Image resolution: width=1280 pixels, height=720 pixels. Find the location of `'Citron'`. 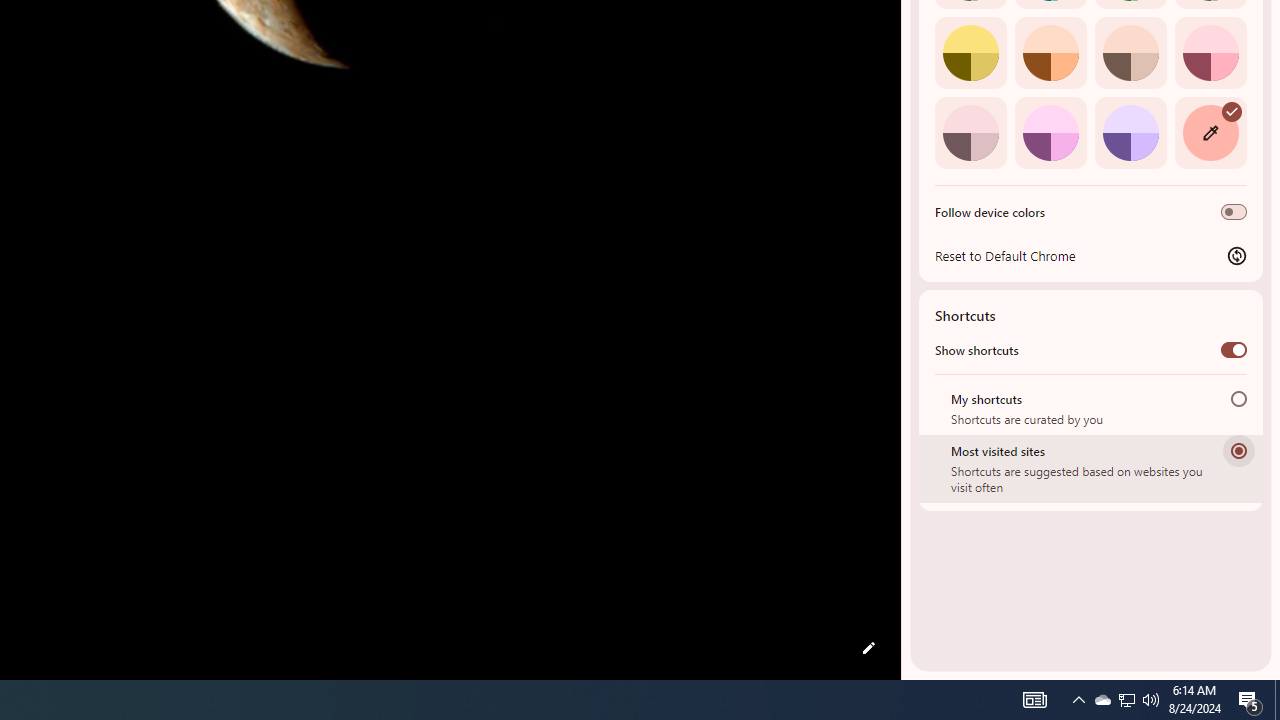

'Citron' is located at coordinates (970, 51).